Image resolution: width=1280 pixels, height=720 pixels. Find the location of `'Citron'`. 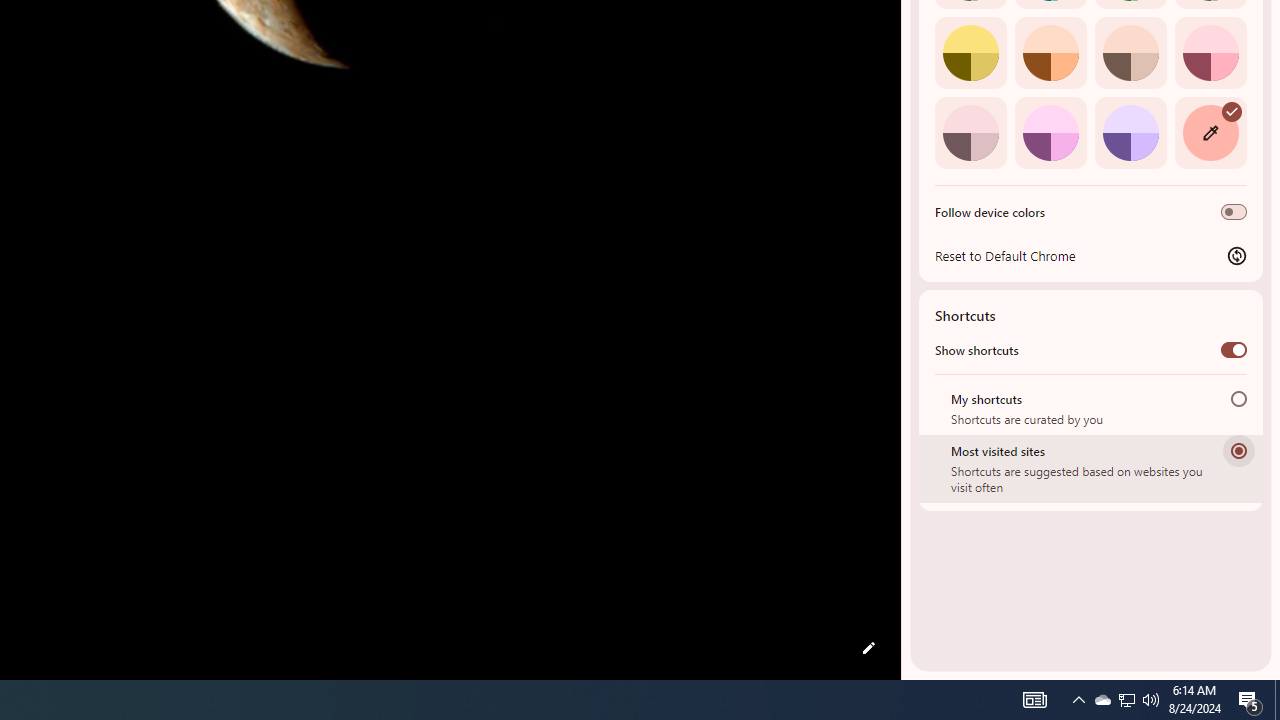

'Citron' is located at coordinates (970, 51).